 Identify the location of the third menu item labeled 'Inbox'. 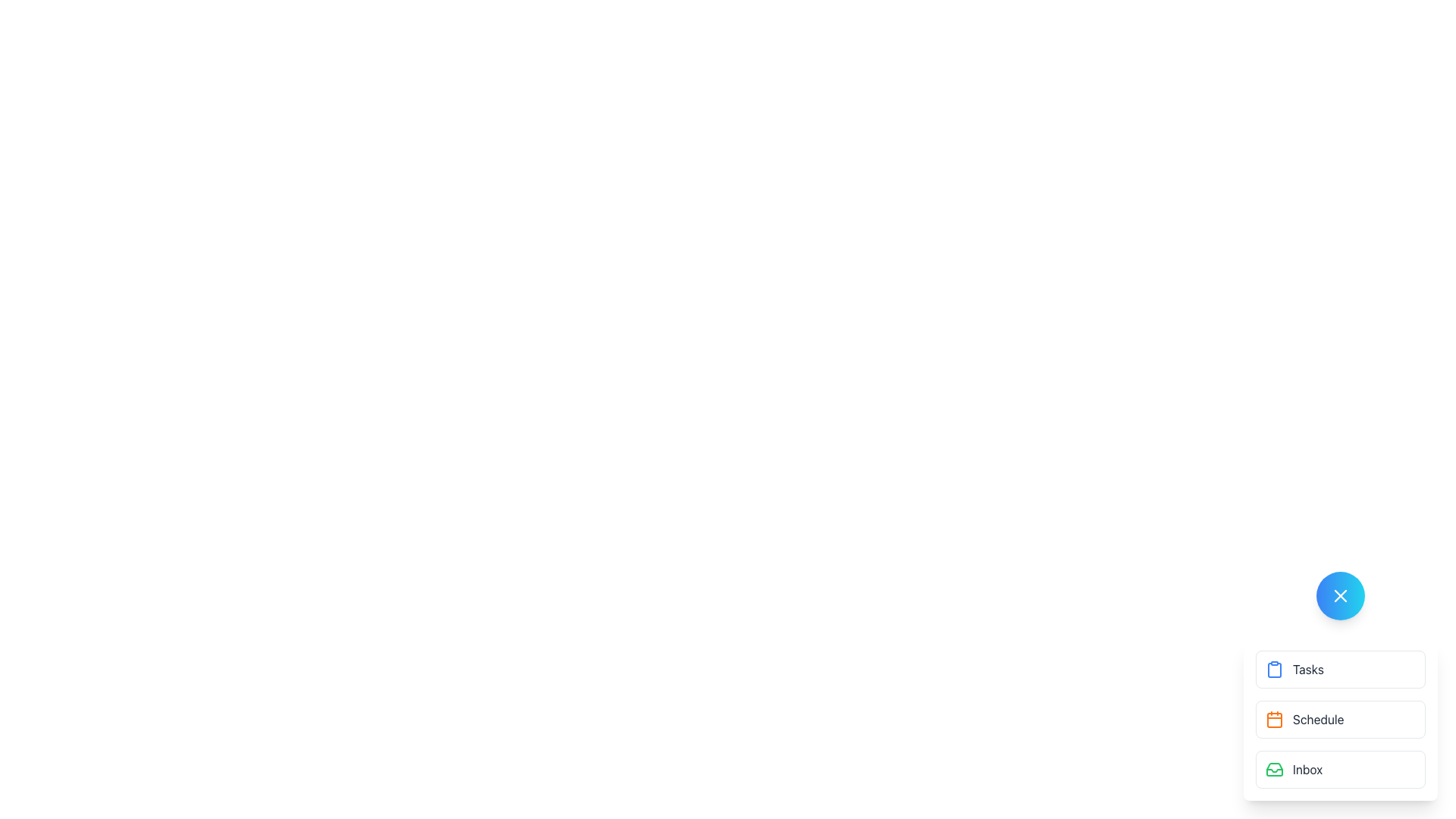
(1340, 769).